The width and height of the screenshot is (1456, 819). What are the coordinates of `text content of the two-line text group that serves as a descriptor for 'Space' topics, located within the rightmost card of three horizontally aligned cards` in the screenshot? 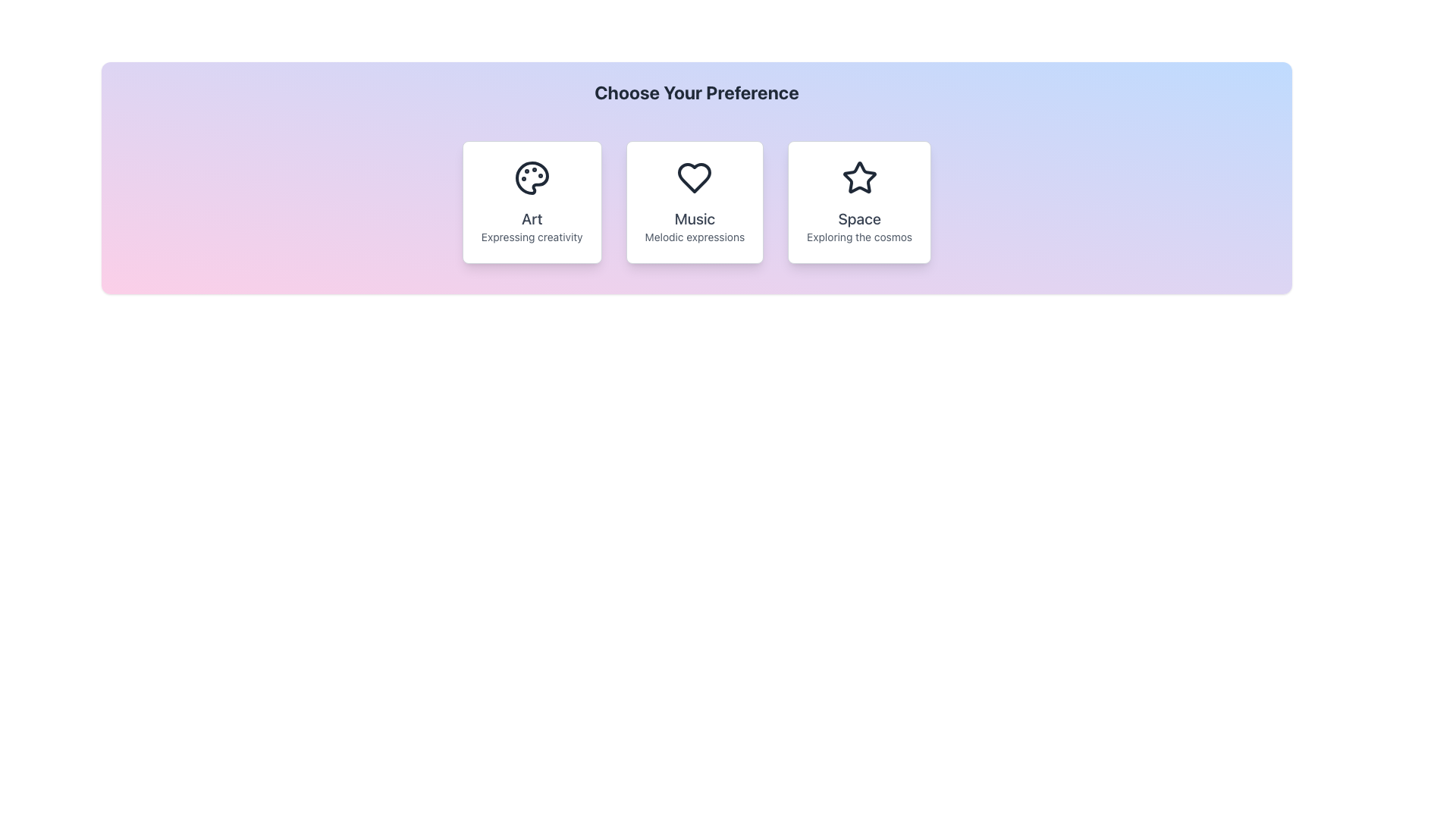 It's located at (859, 227).